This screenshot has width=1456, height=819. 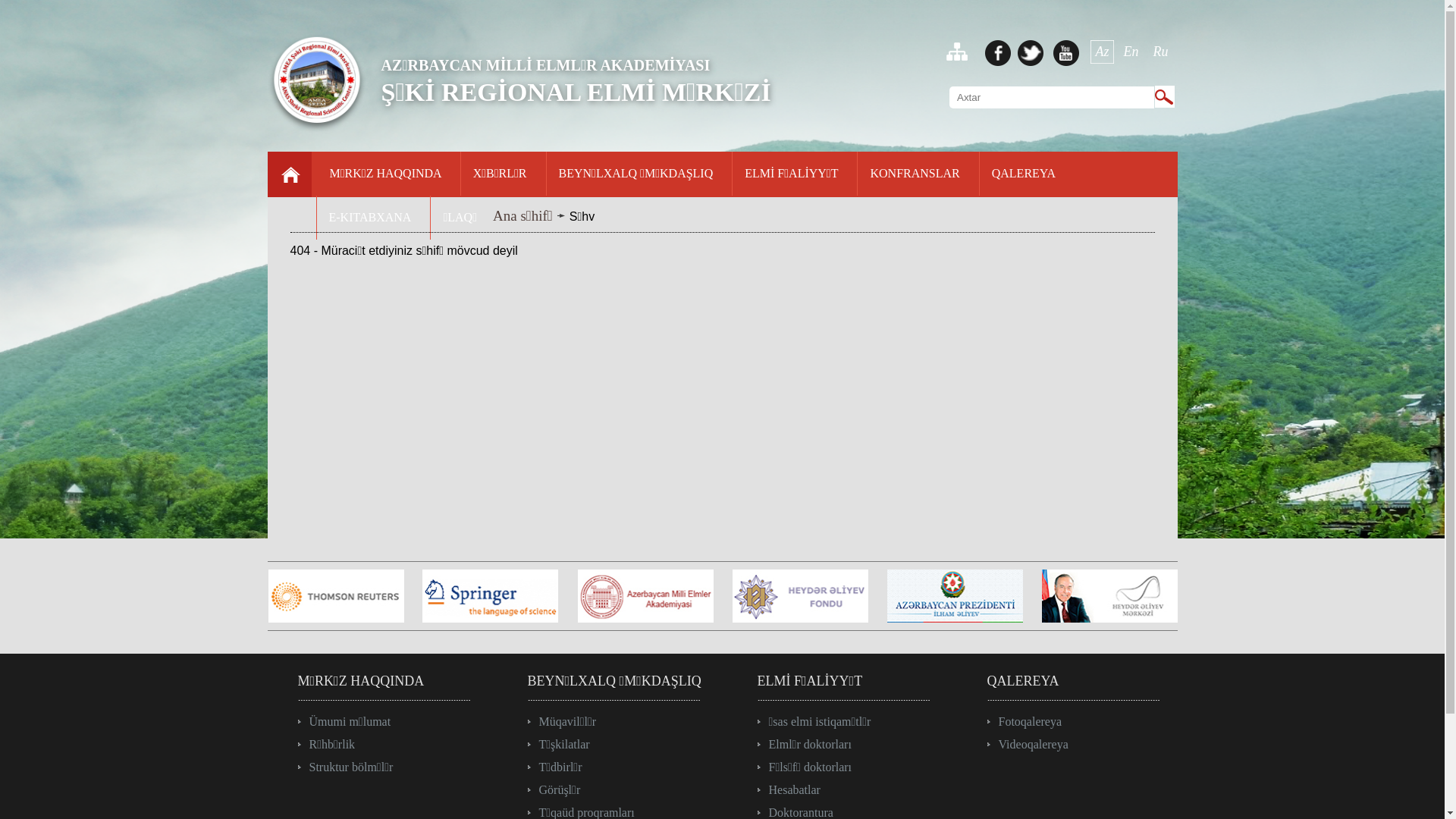 I want to click on 'Videoqalereya', so click(x=1028, y=743).